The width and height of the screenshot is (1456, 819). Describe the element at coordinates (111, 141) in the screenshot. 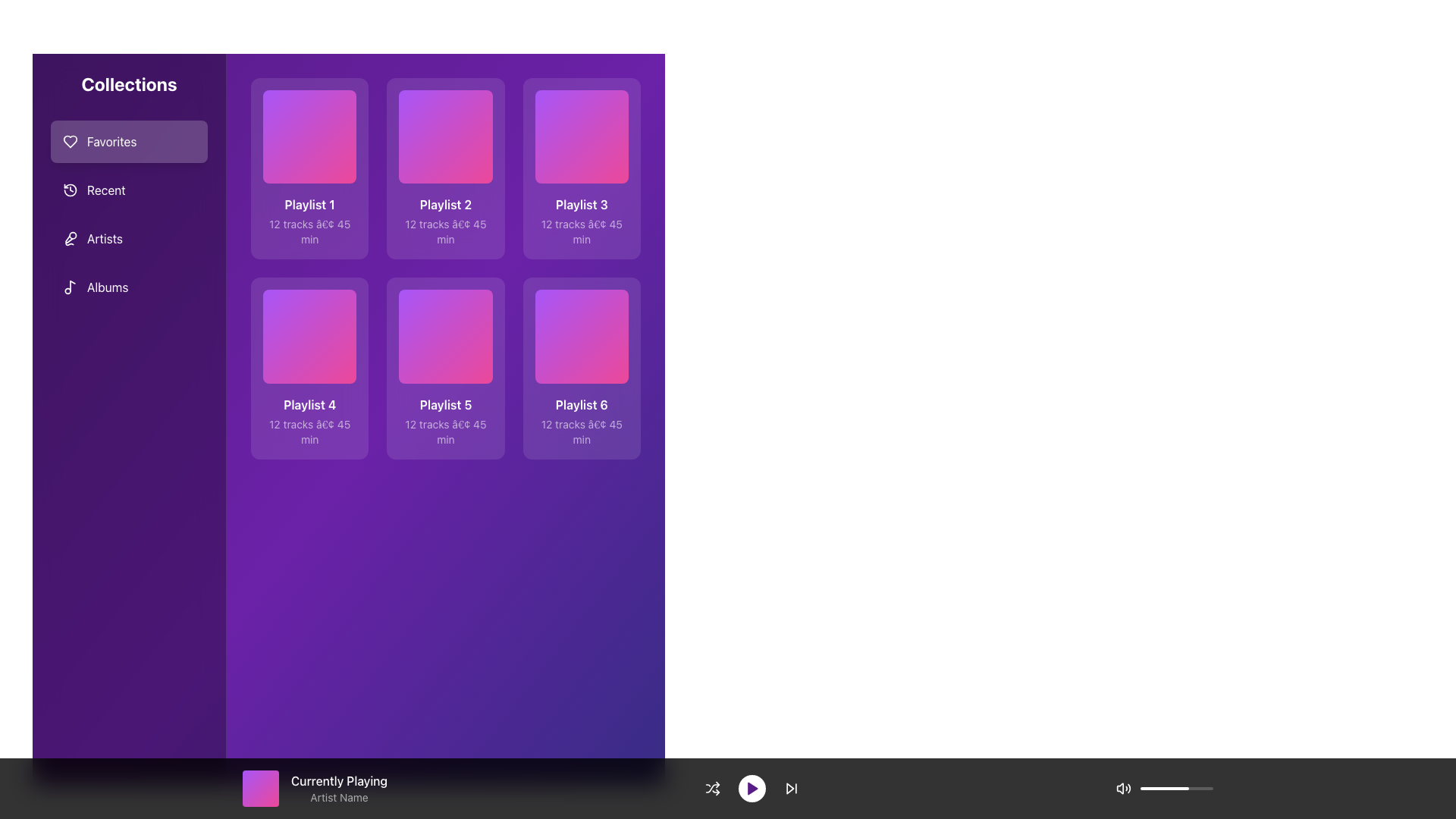

I see `the 'Favorites' text label in the sidebar menu, which serves as a navigation option for accessing favorite items or playlists` at that location.